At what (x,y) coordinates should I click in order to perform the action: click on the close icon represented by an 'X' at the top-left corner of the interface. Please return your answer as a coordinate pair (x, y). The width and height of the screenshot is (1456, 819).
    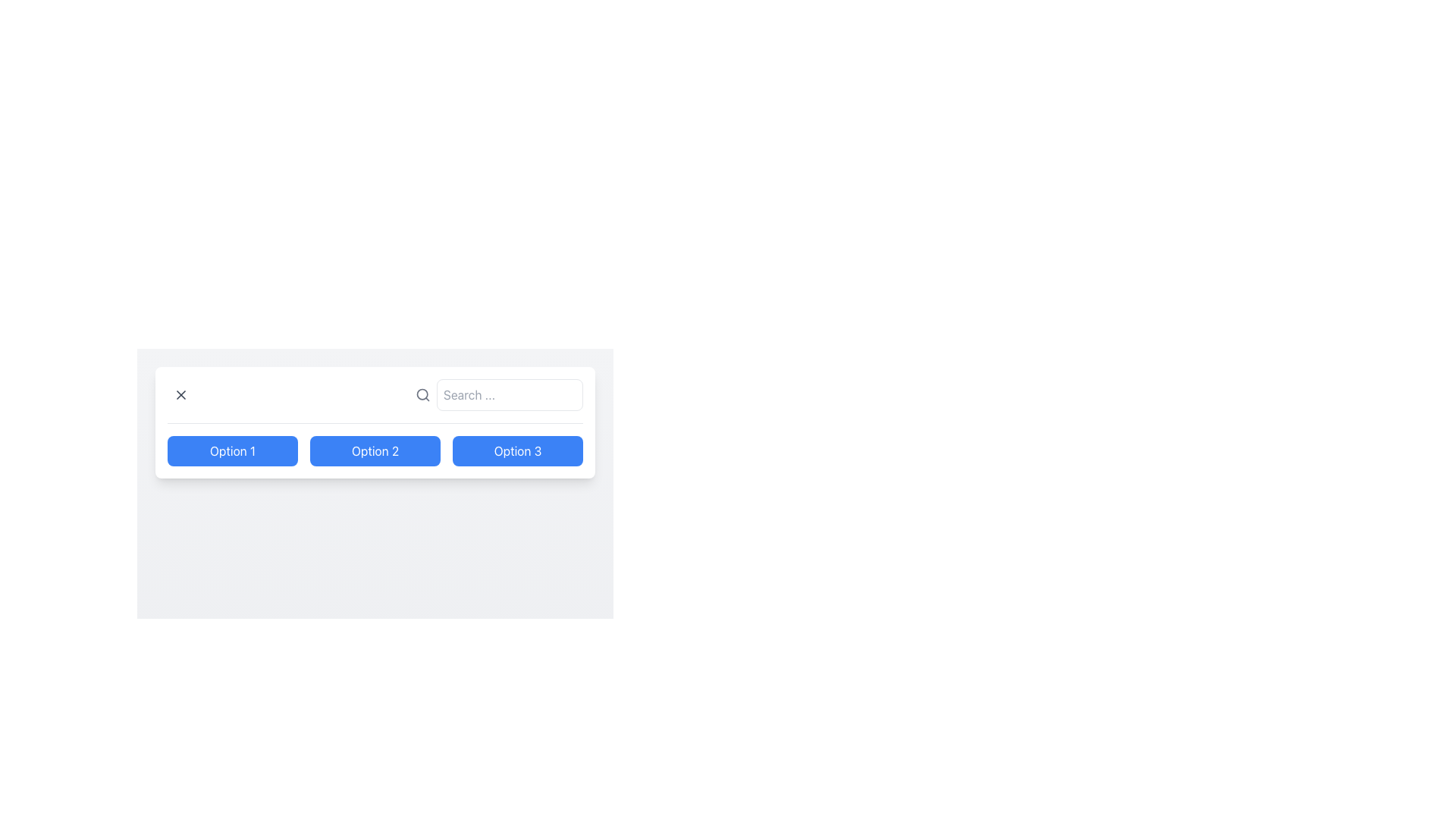
    Looking at the image, I should click on (181, 394).